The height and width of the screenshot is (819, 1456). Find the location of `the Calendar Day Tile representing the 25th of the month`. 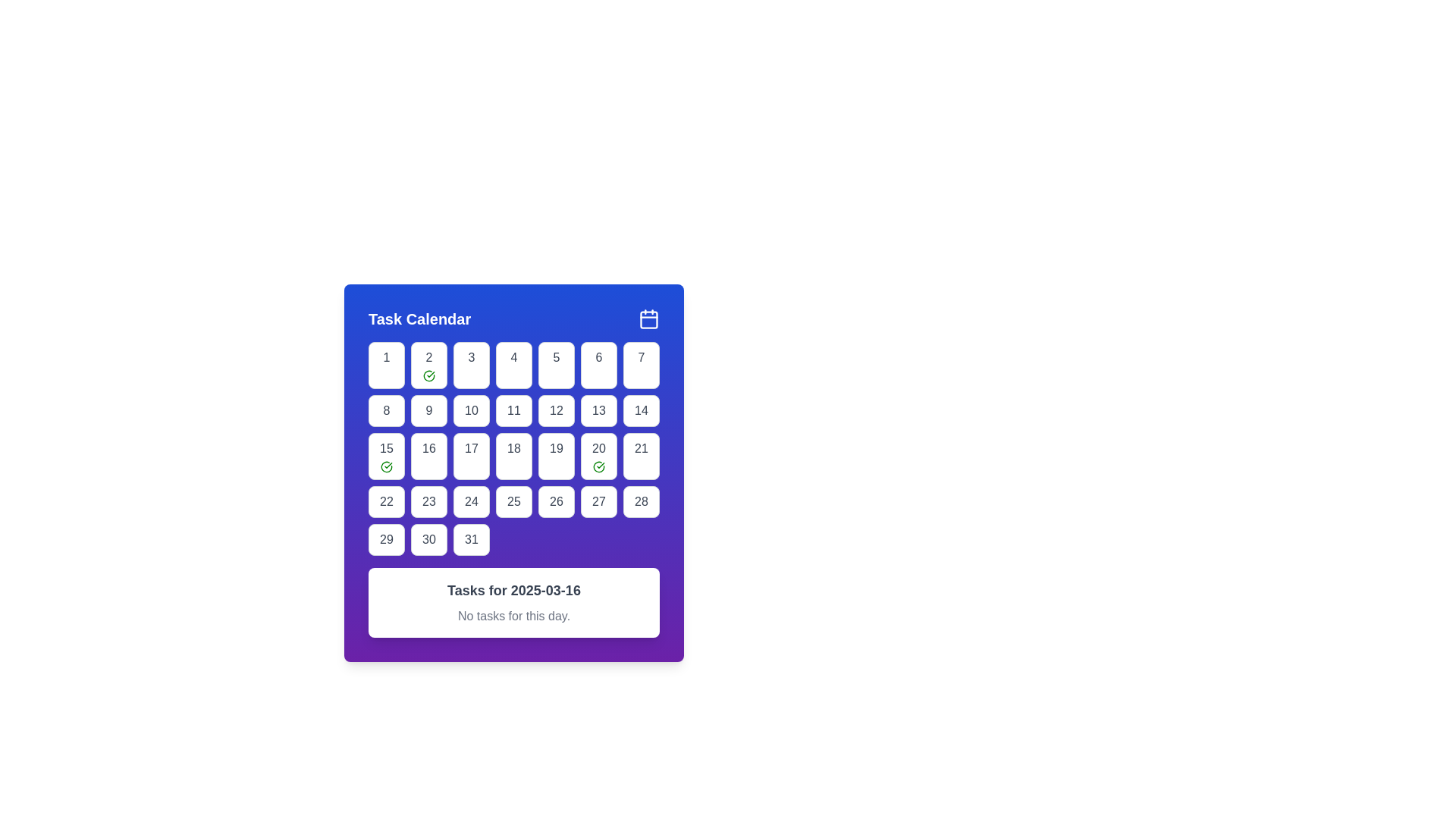

the Calendar Day Tile representing the 25th of the month is located at coordinates (513, 502).